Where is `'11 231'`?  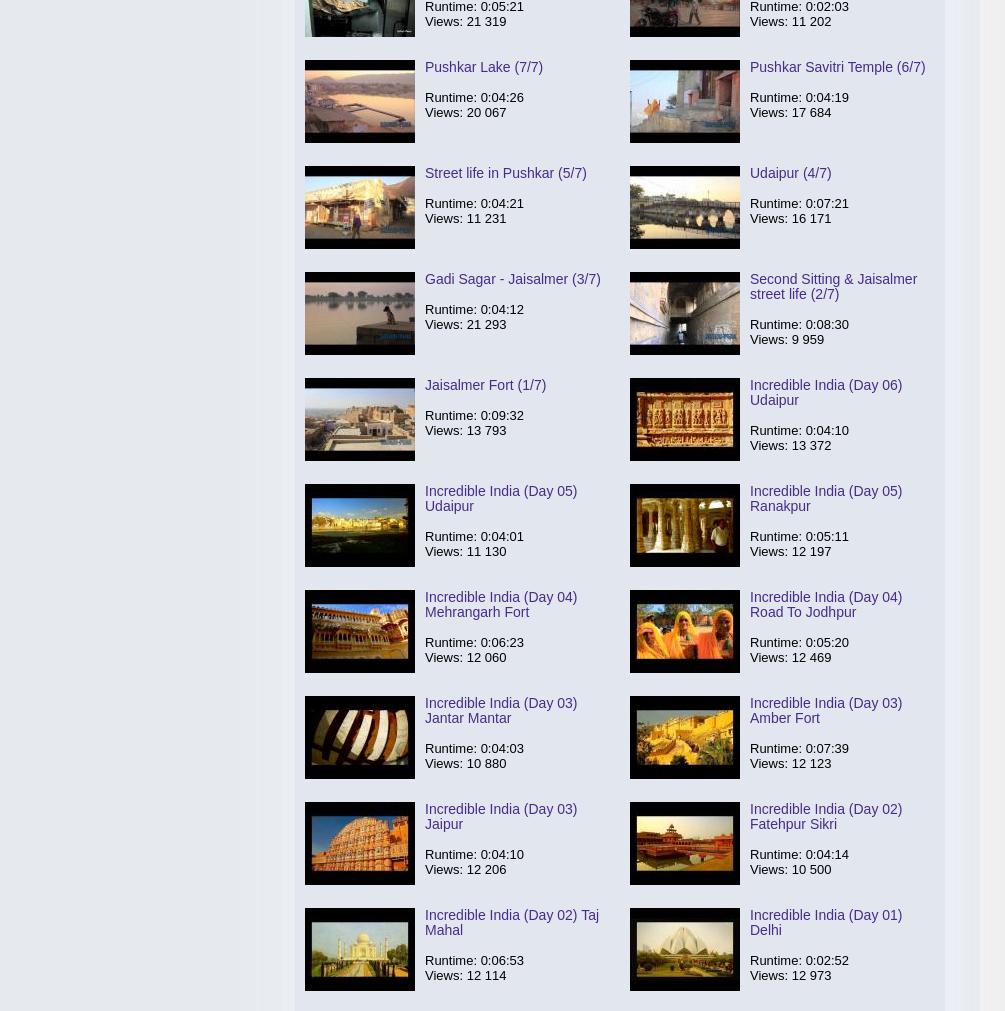
'11 231' is located at coordinates (486, 218).